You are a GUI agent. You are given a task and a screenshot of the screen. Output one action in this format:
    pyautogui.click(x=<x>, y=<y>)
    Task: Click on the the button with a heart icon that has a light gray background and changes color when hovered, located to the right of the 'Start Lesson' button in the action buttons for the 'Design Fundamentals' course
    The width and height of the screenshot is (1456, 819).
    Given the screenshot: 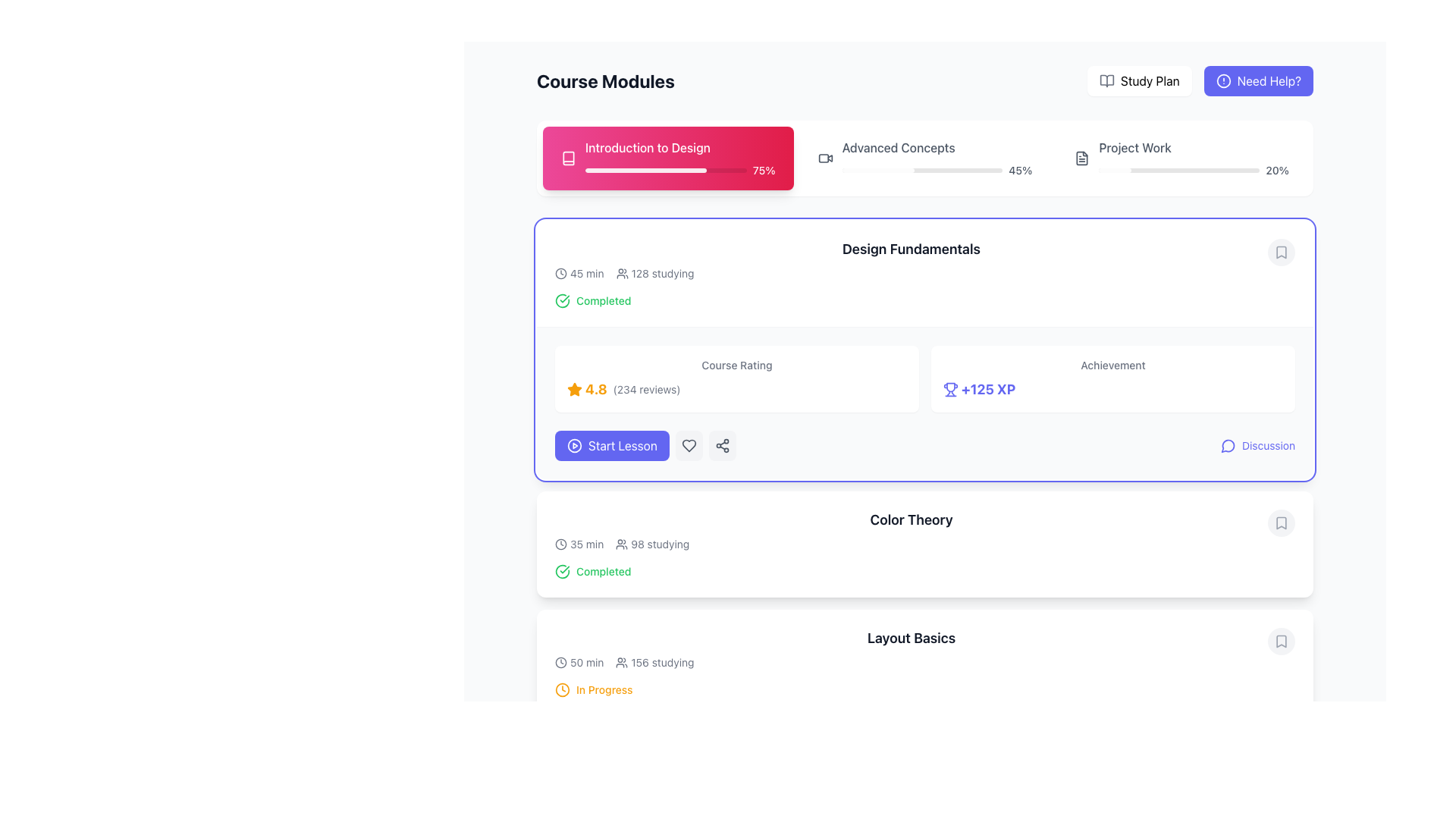 What is the action you would take?
    pyautogui.click(x=688, y=444)
    